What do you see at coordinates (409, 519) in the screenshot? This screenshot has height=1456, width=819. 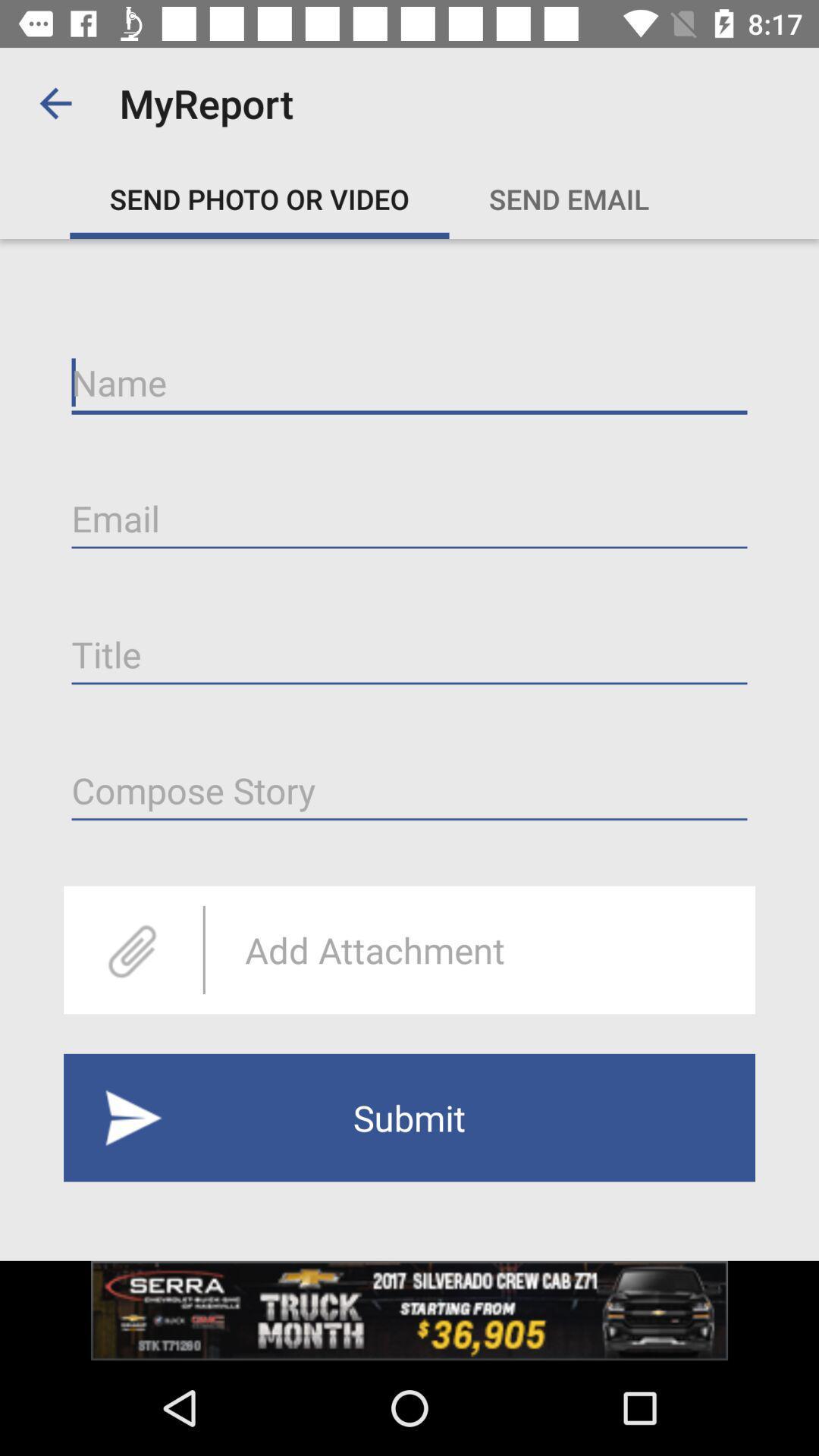 I see `email address` at bounding box center [409, 519].